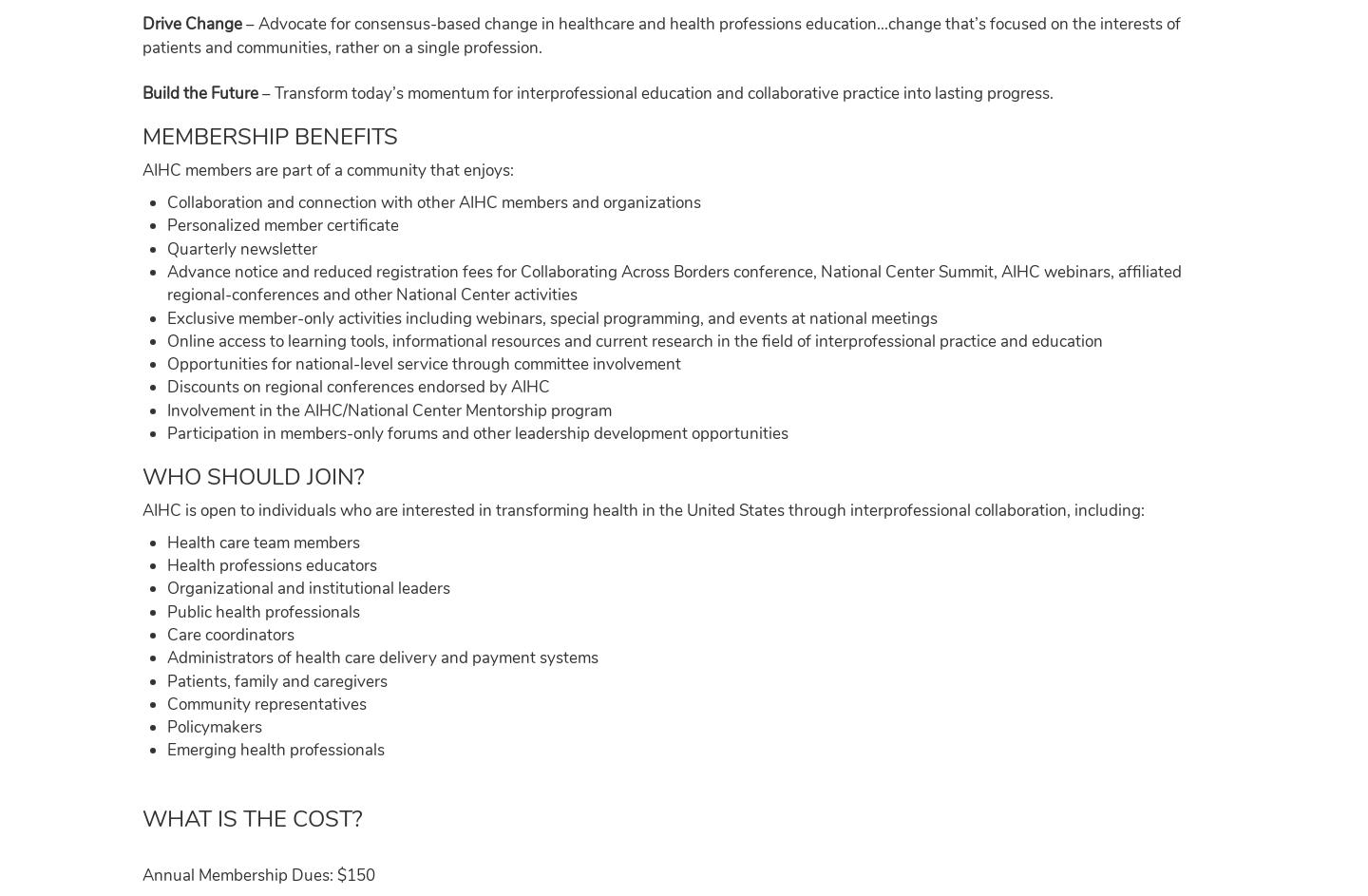 The width and height of the screenshot is (1368, 896). What do you see at coordinates (661, 35) in the screenshot?
I see `'– Advocate for consensus-based change in healthcare and health professions education...change that’s focused on the interests of patients and communities, rather on a single profession.'` at bounding box center [661, 35].